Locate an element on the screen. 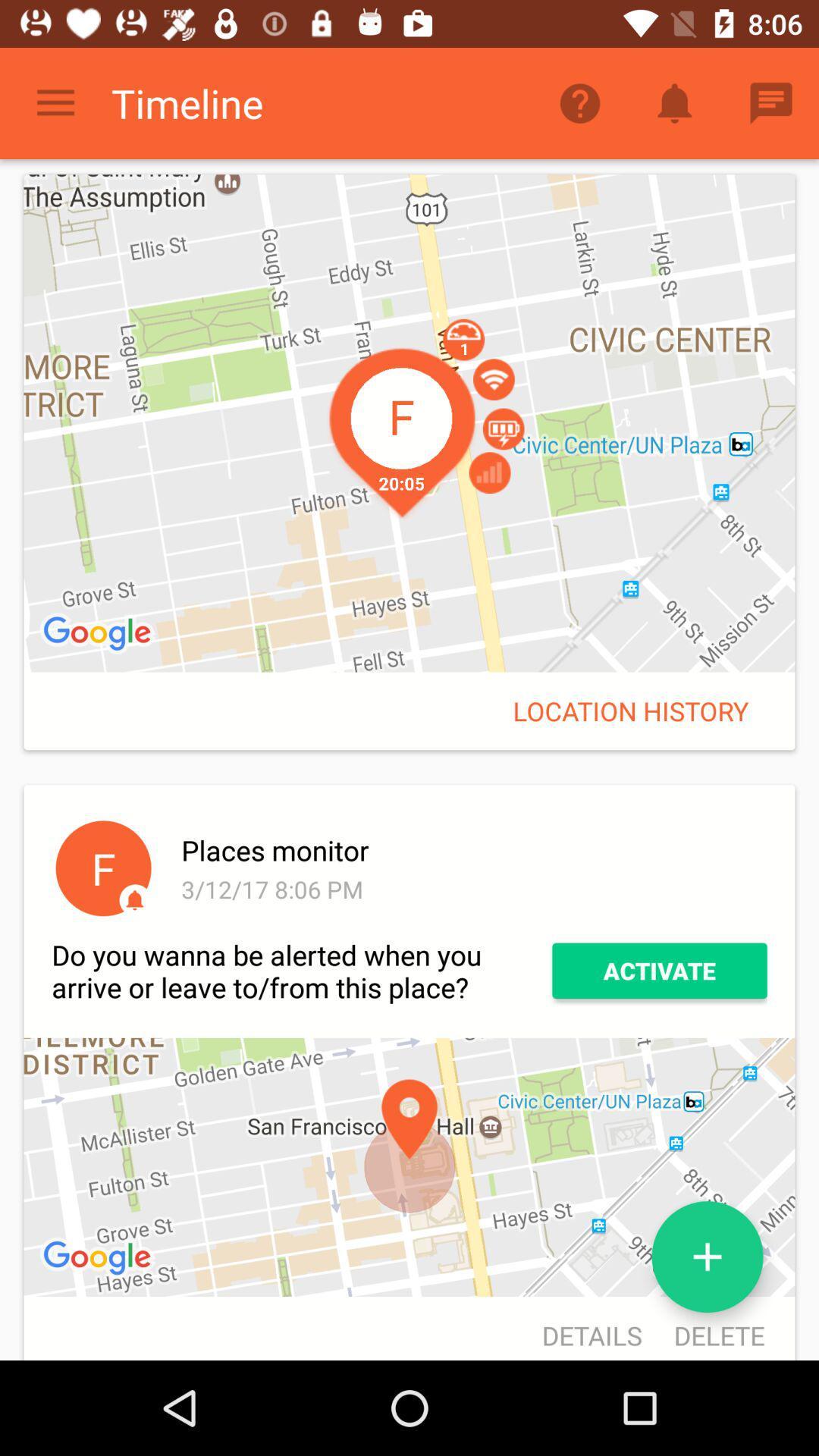 The width and height of the screenshot is (819, 1456). the icon to the left of activate is located at coordinates (302, 971).